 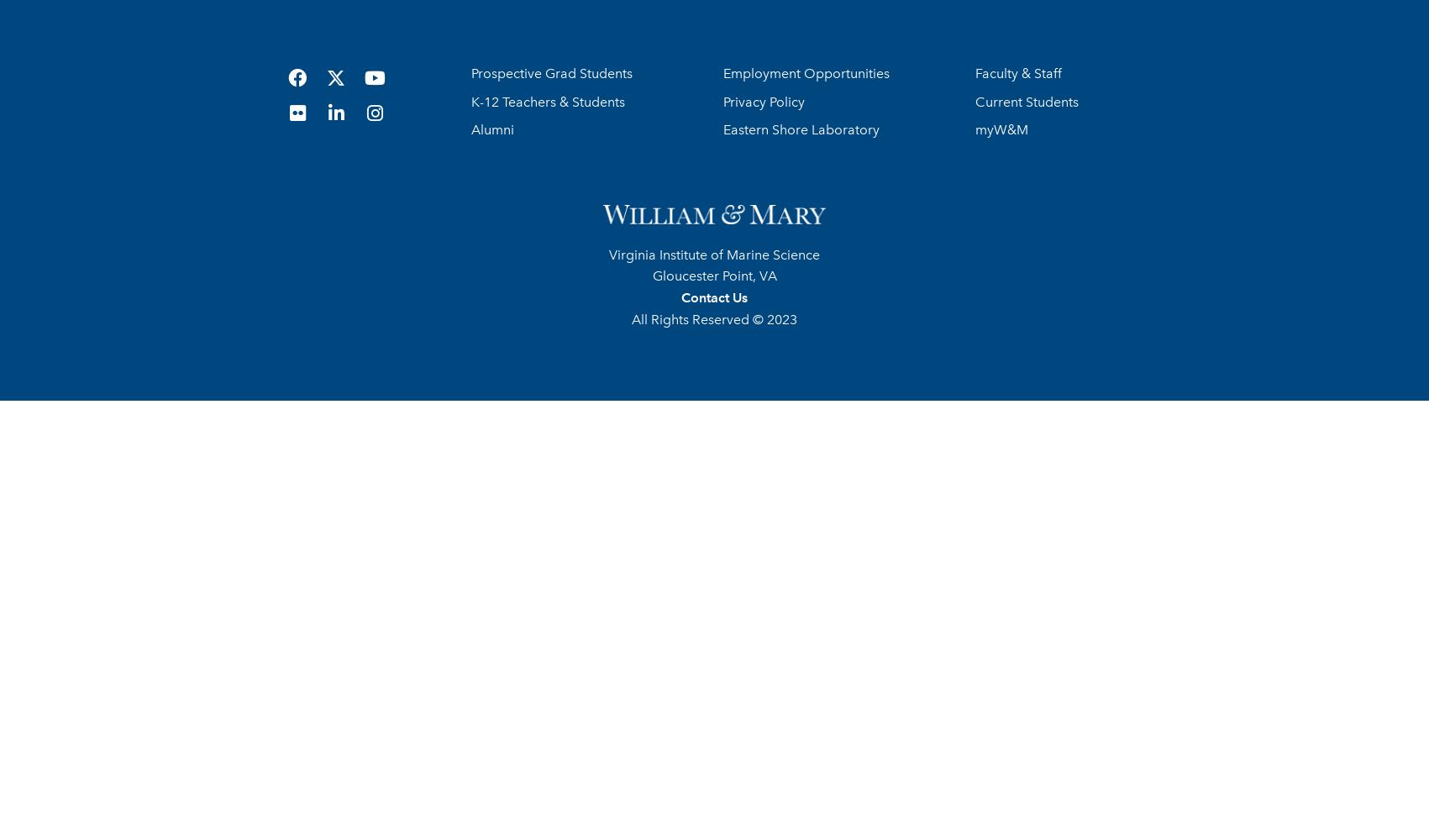 I want to click on 'K-12 Teachers & Students', so click(x=470, y=100).